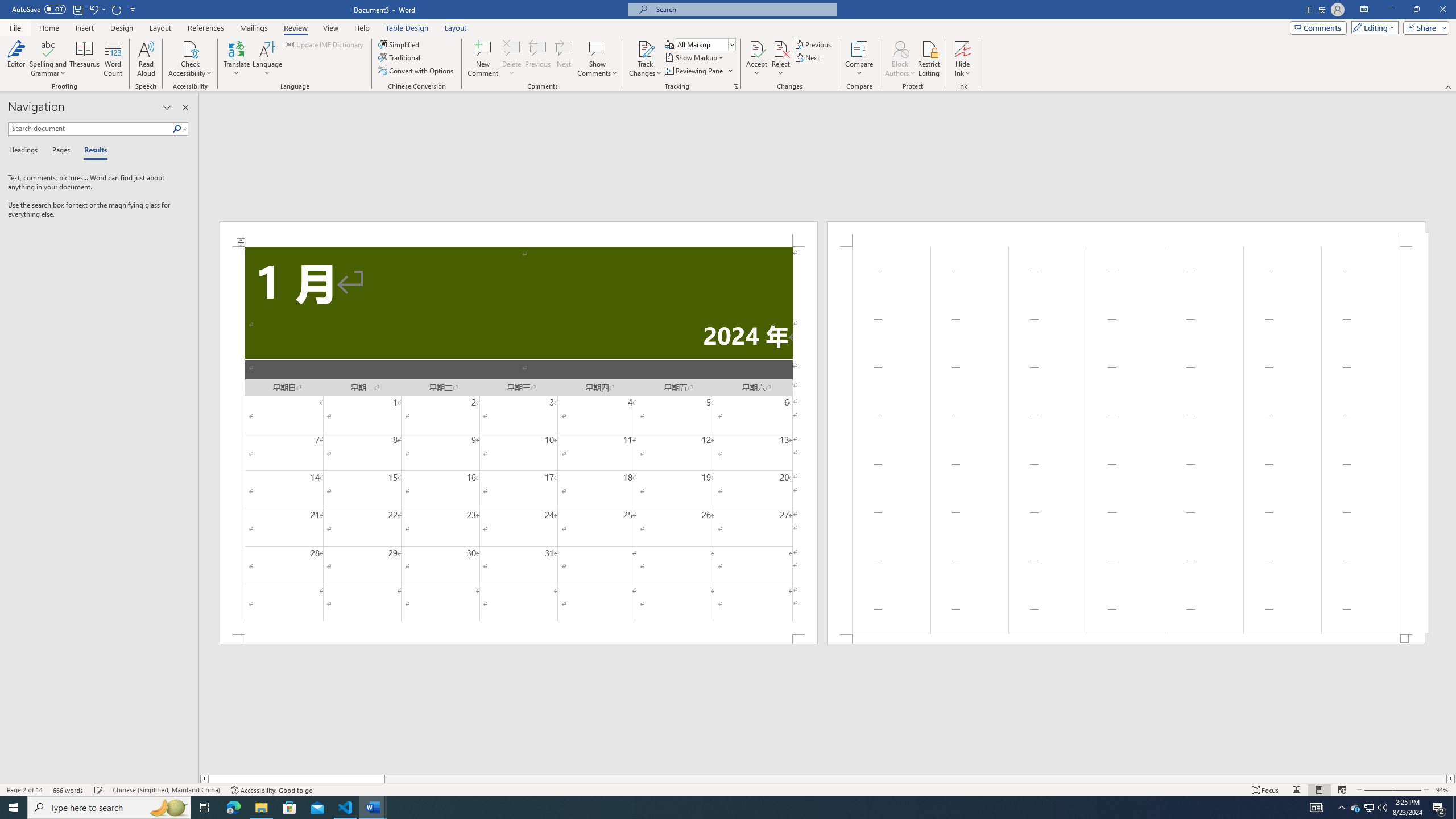 This screenshot has width=1456, height=819. I want to click on 'Word Count', so click(113, 59).